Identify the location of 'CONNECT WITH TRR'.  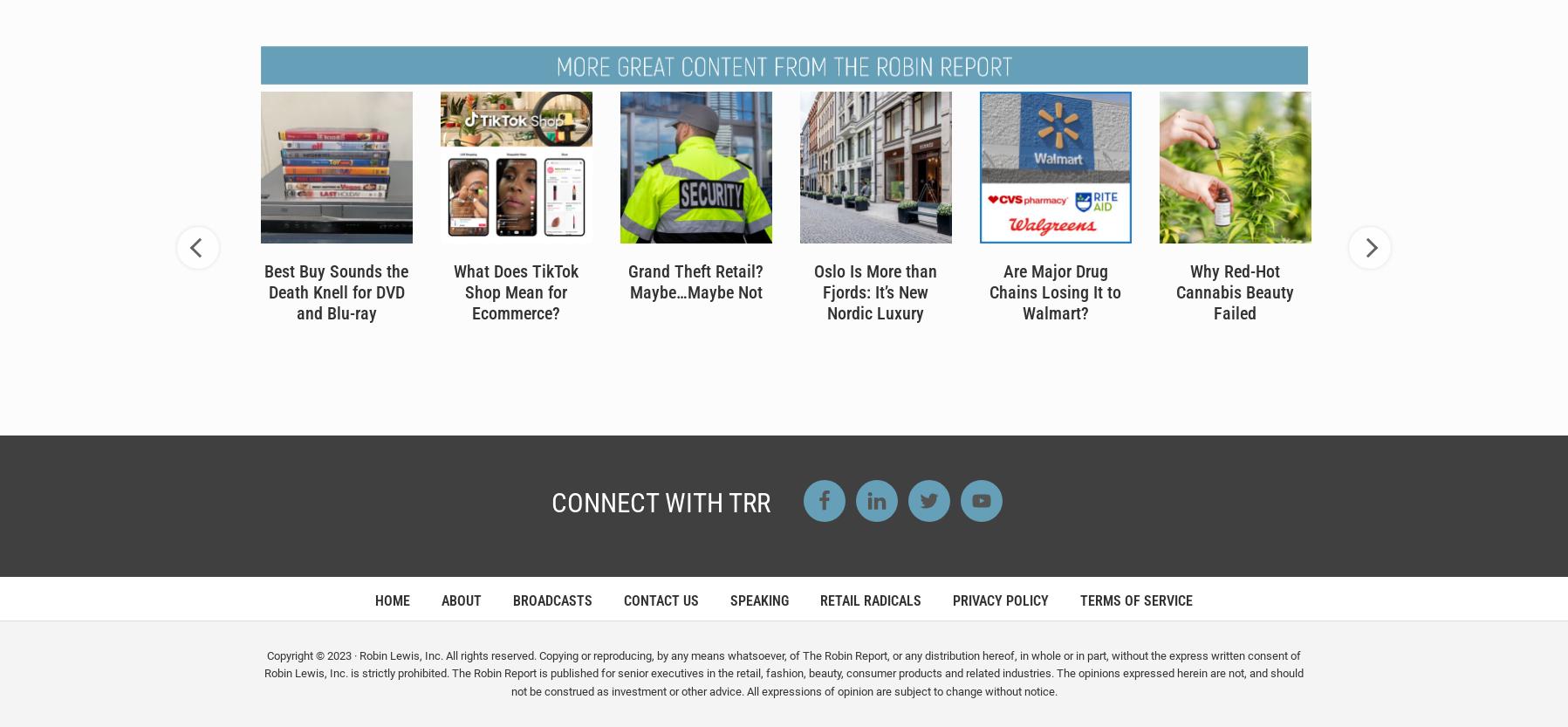
(659, 502).